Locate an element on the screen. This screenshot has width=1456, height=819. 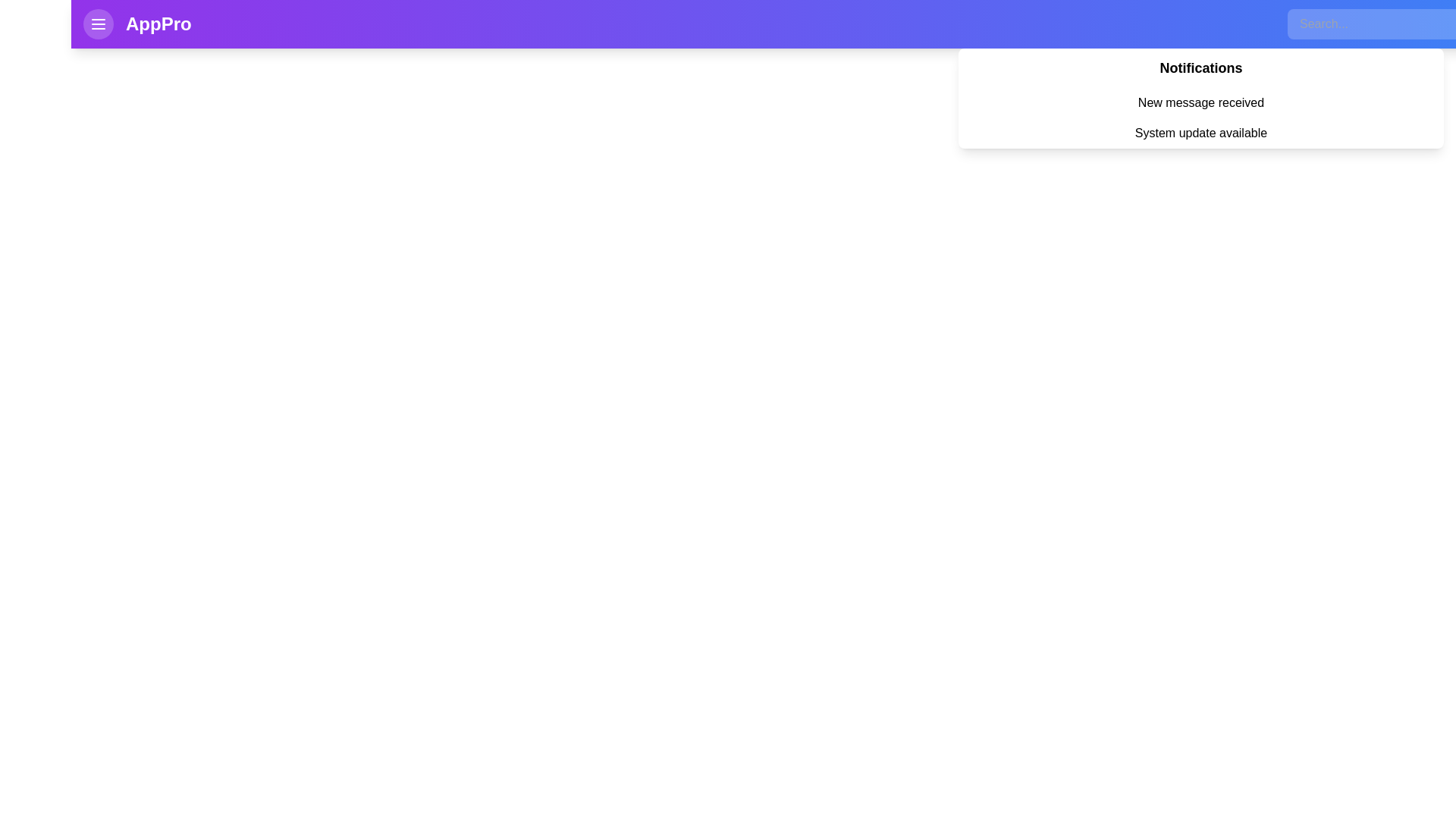
the text label or heading that serves as a title for the notifications dropdown, located at the top-right corner of the interface is located at coordinates (1200, 67).